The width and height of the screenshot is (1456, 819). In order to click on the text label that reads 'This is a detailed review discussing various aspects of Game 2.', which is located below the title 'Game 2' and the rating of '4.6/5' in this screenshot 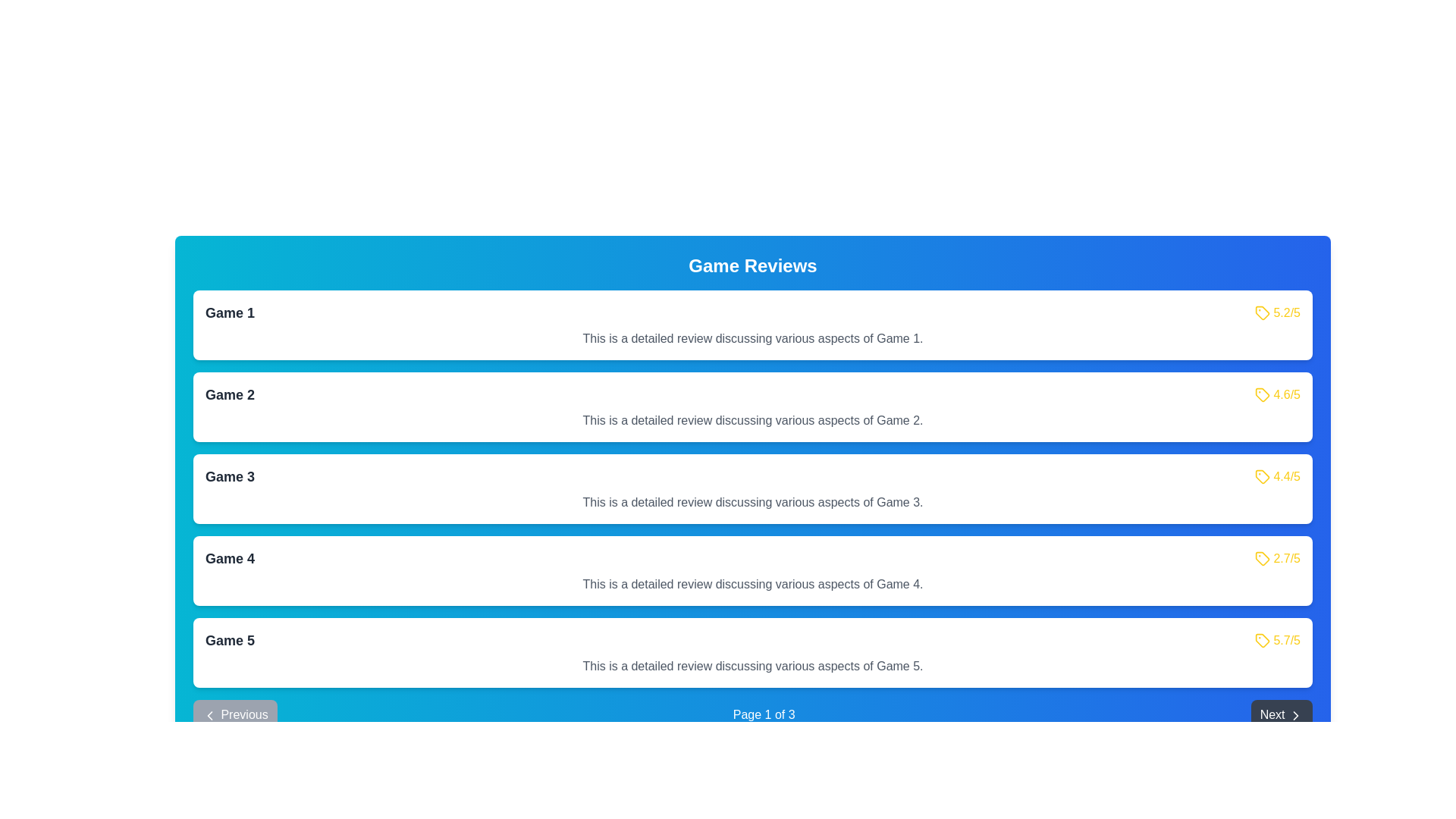, I will do `click(753, 421)`.